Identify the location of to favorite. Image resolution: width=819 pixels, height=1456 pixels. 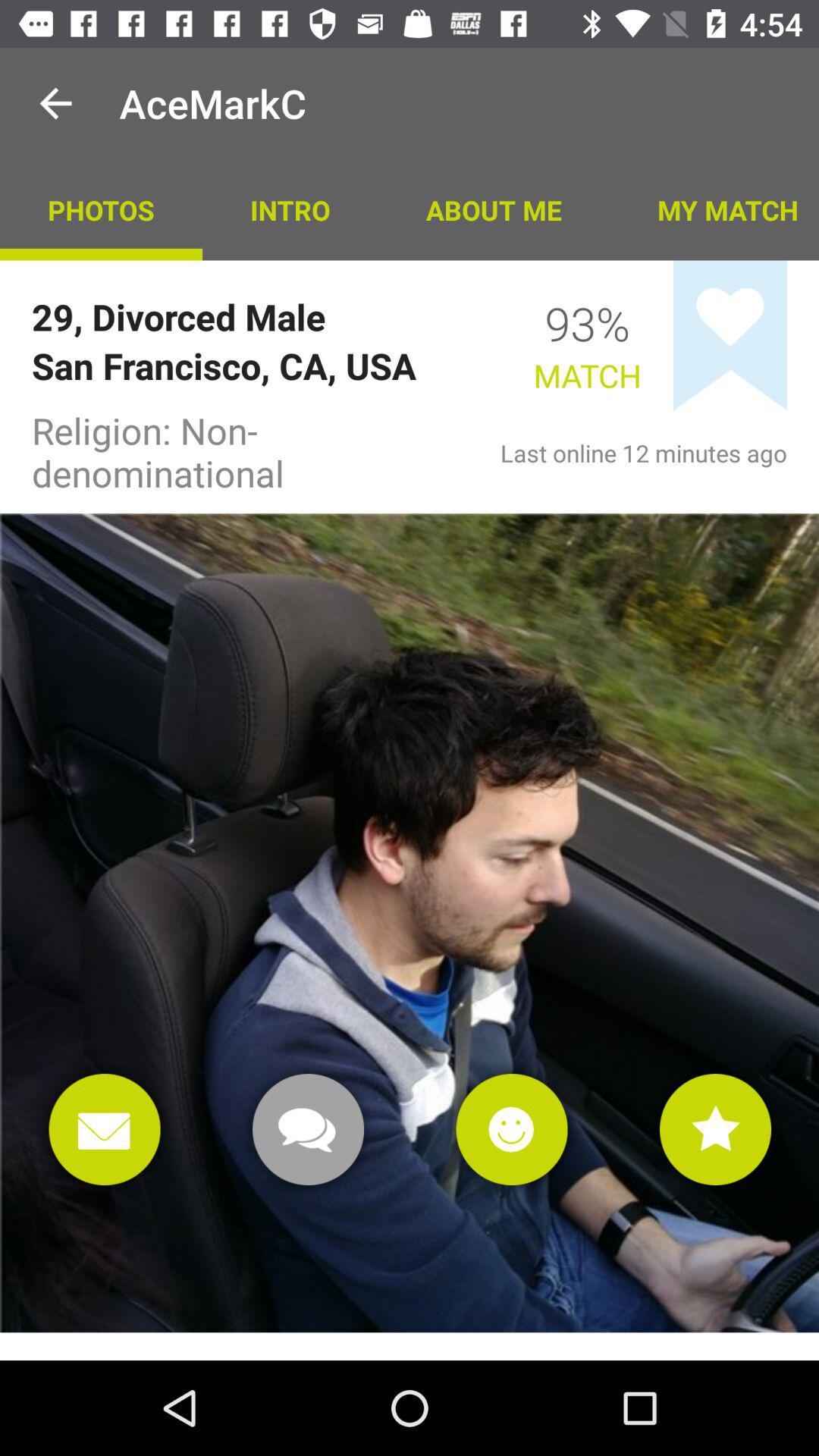
(715, 1129).